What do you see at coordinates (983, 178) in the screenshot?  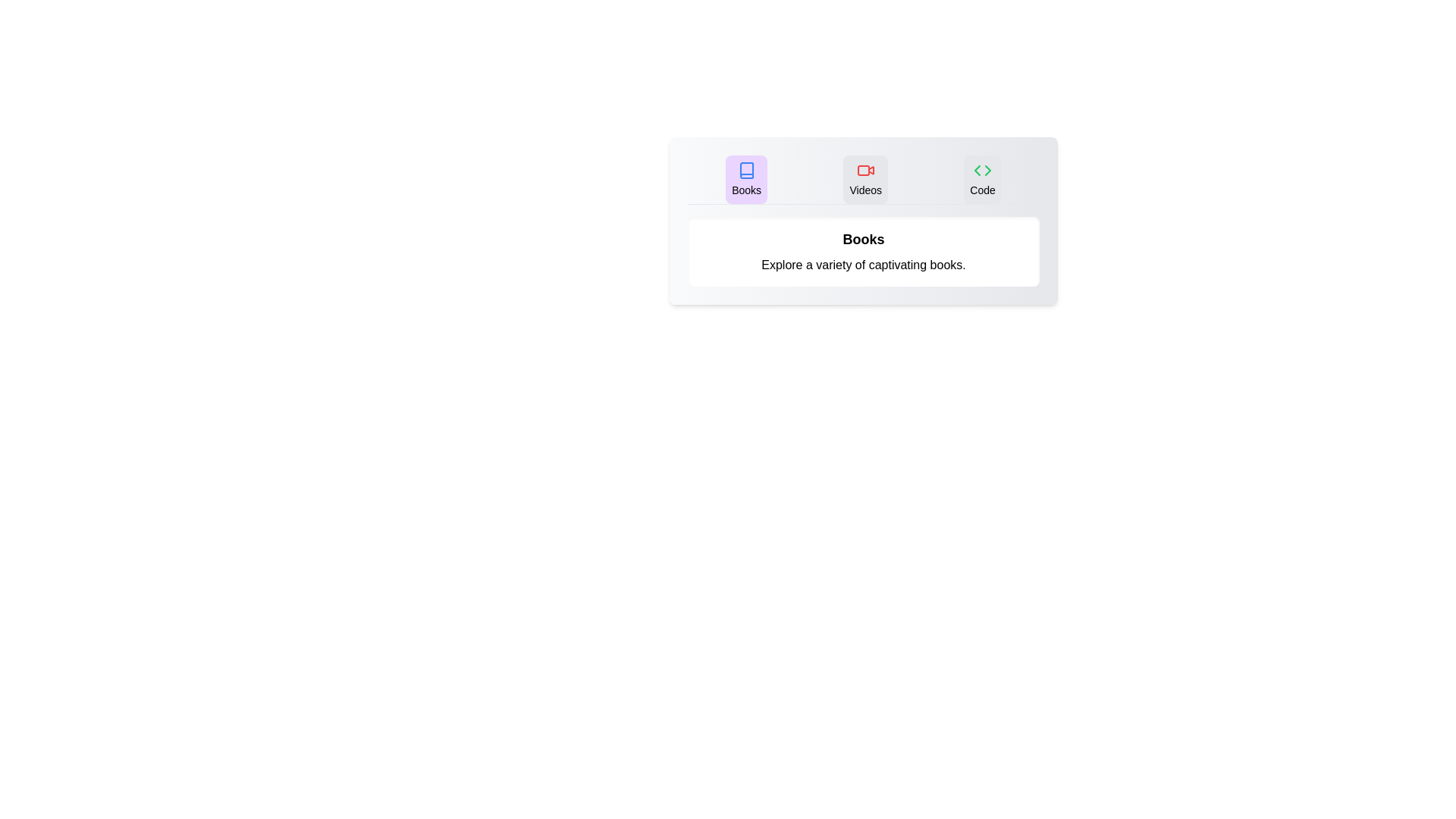 I see `the Code tab by clicking on it` at bounding box center [983, 178].